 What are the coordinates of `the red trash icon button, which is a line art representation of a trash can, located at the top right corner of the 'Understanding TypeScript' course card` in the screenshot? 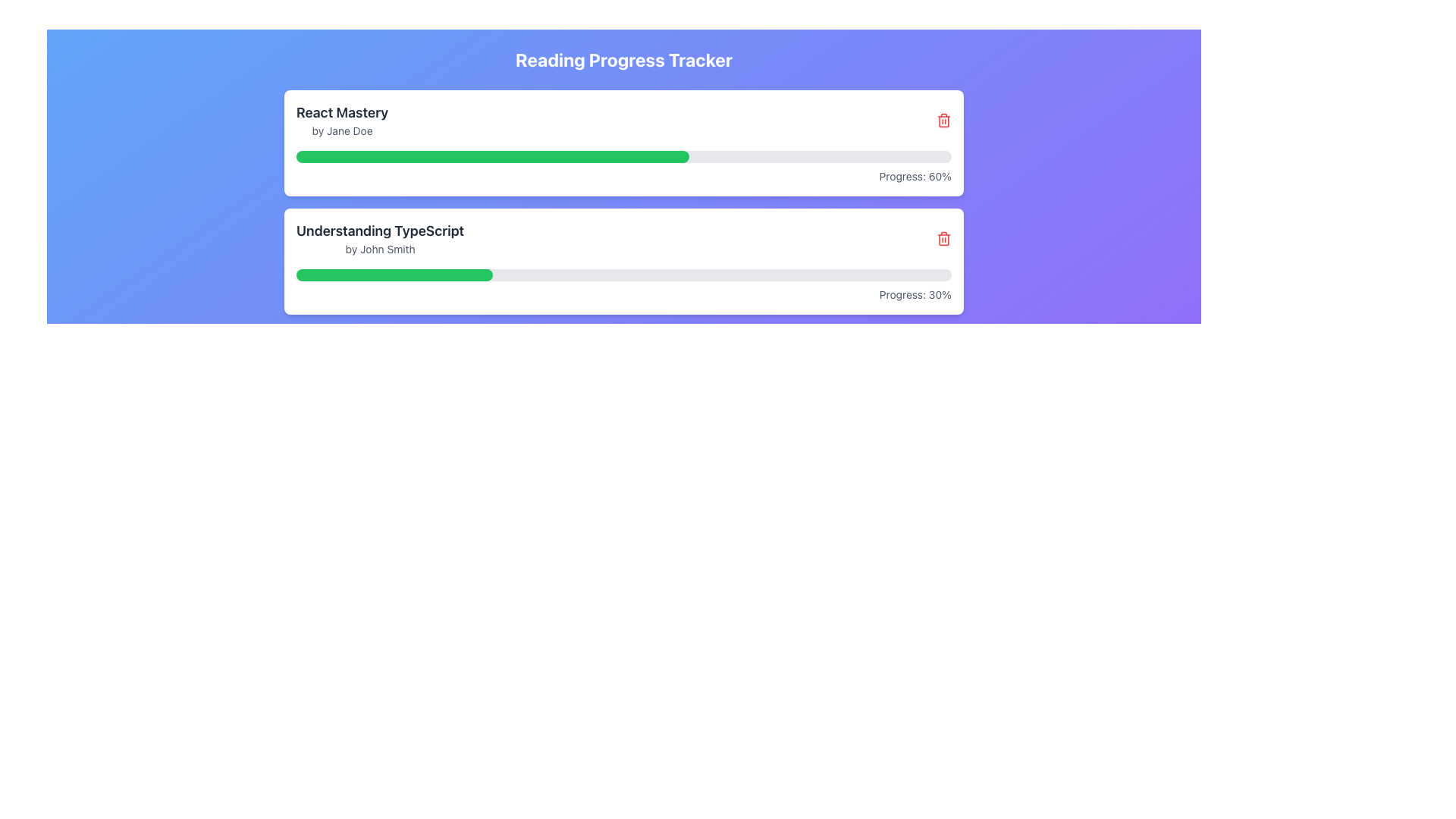 It's located at (943, 239).